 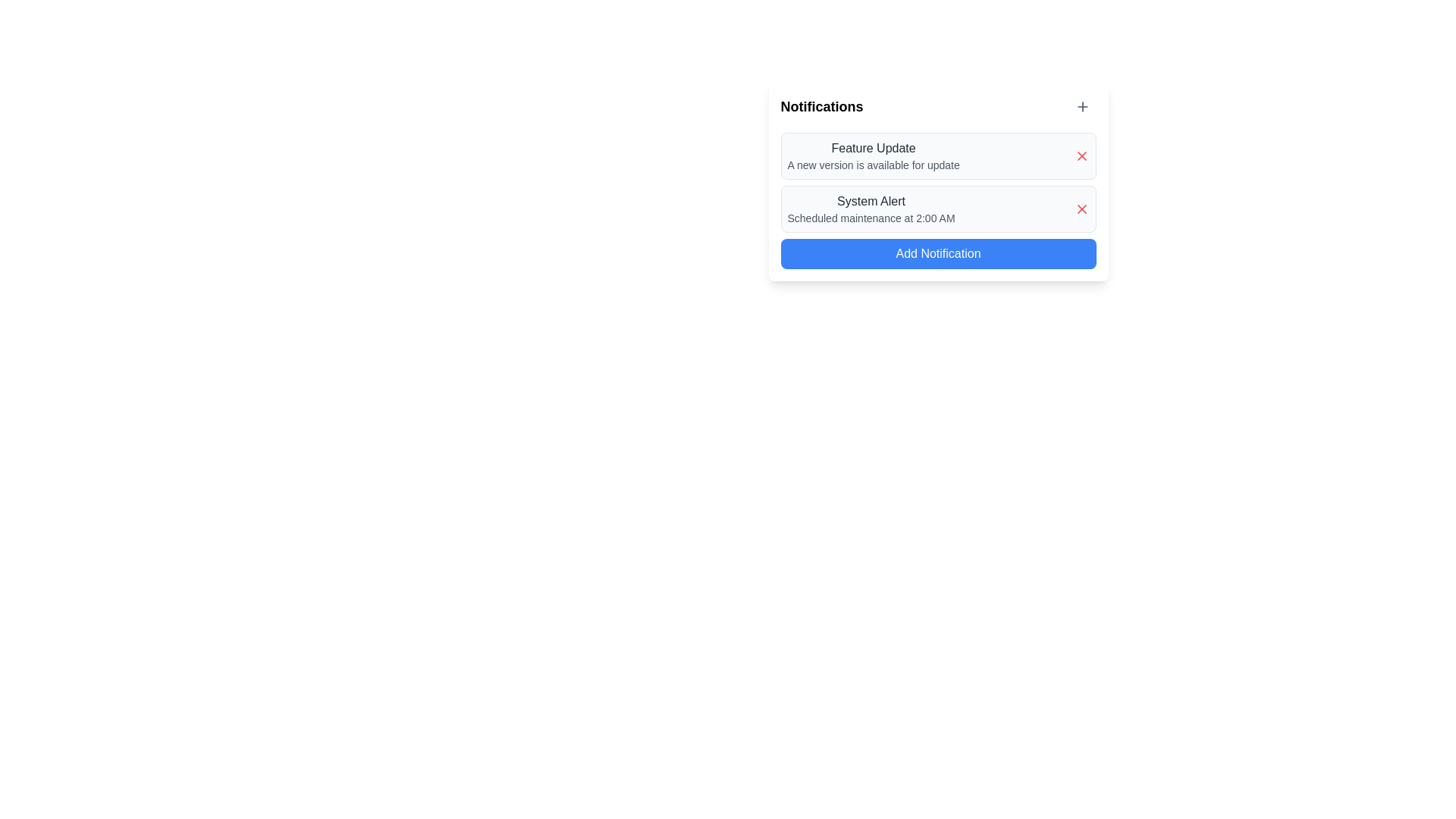 I want to click on the text label displaying 'Feature Update' which is bold and dark gray, located in the notifications section as the title of the first notification entry, so click(x=874, y=149).